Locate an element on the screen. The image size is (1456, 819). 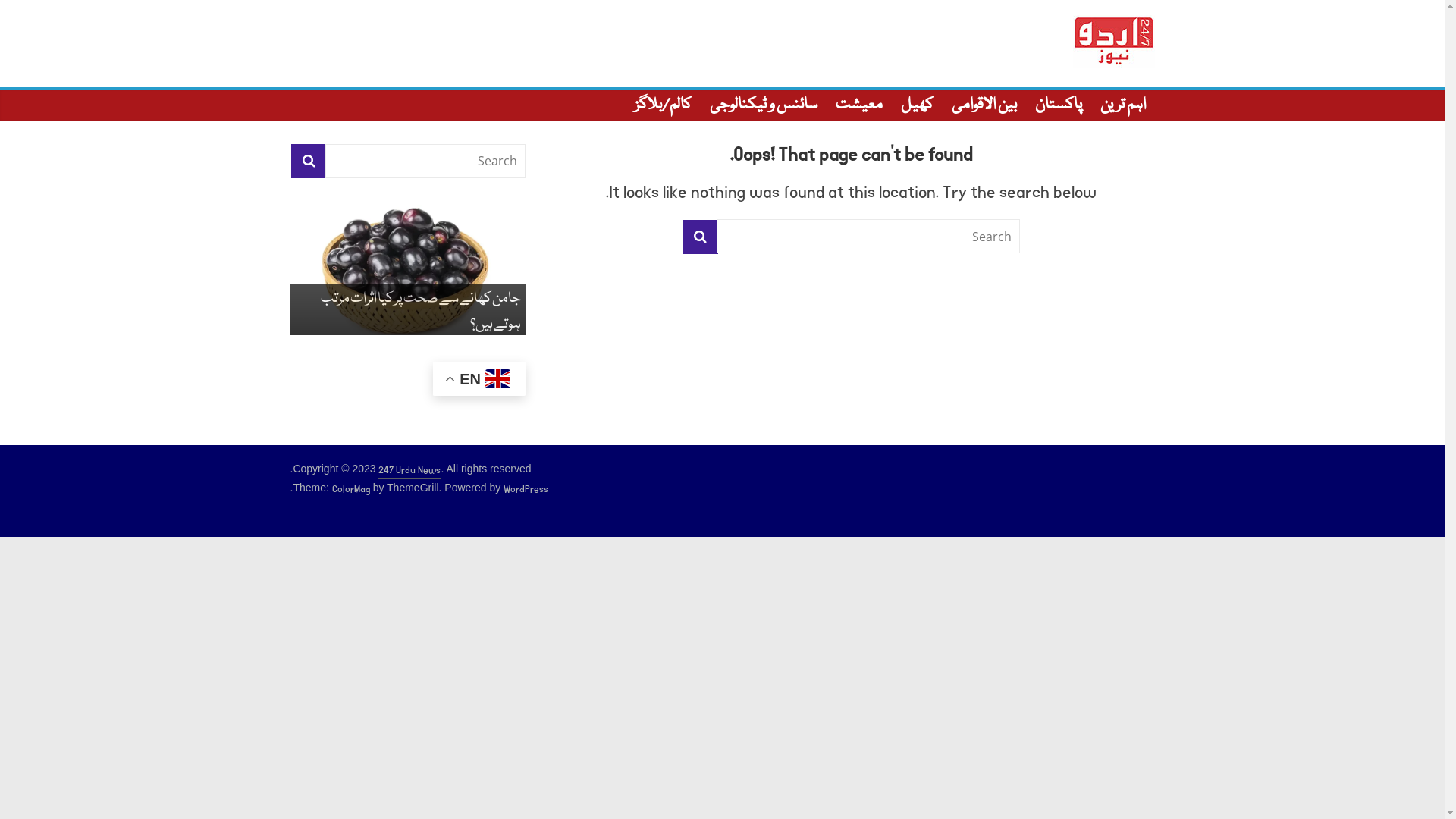
'WordPress' is located at coordinates (526, 489).